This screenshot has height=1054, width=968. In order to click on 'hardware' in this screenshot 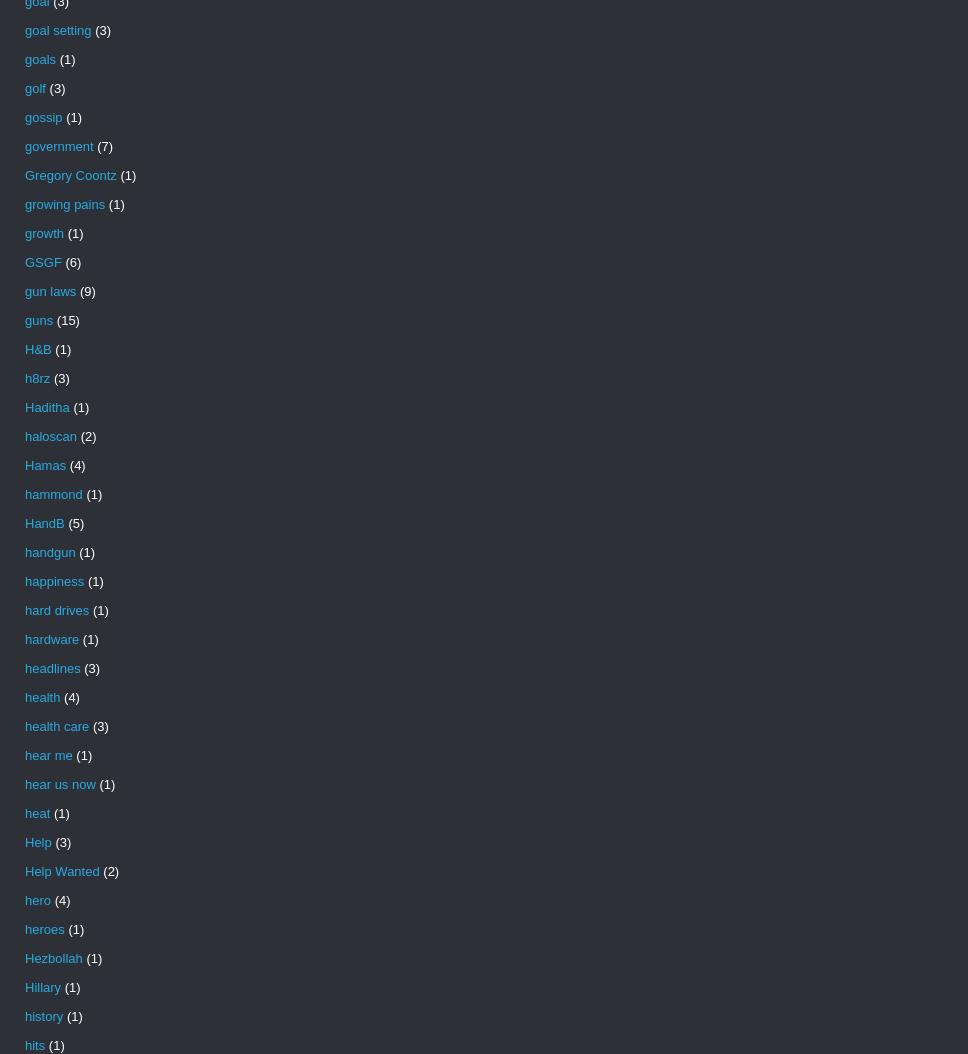, I will do `click(24, 639)`.